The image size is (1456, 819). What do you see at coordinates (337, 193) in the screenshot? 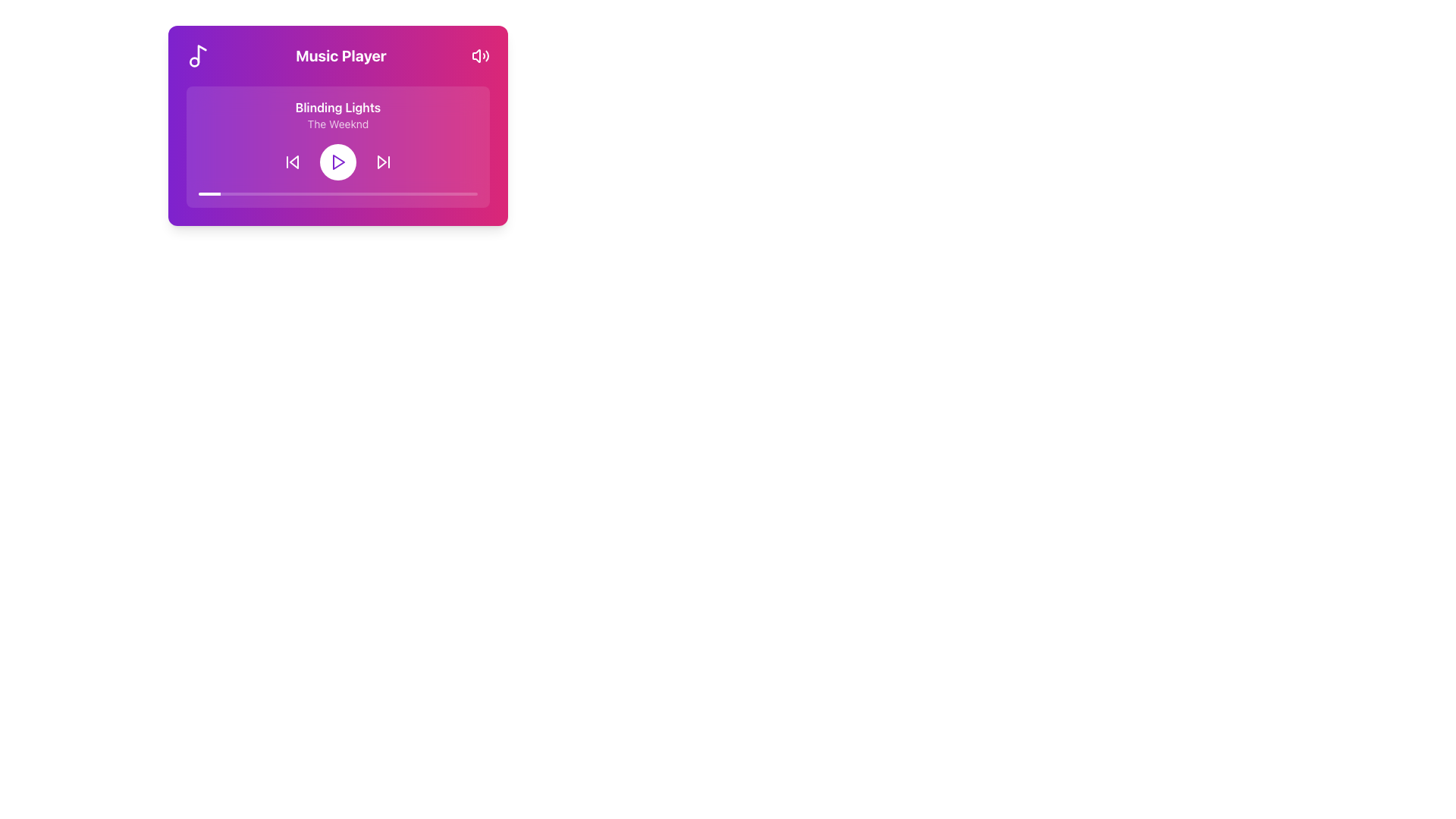
I see `the slim, horizontal progress bar located at the bottom of the media player interface, which serves as a progress indicator` at bounding box center [337, 193].